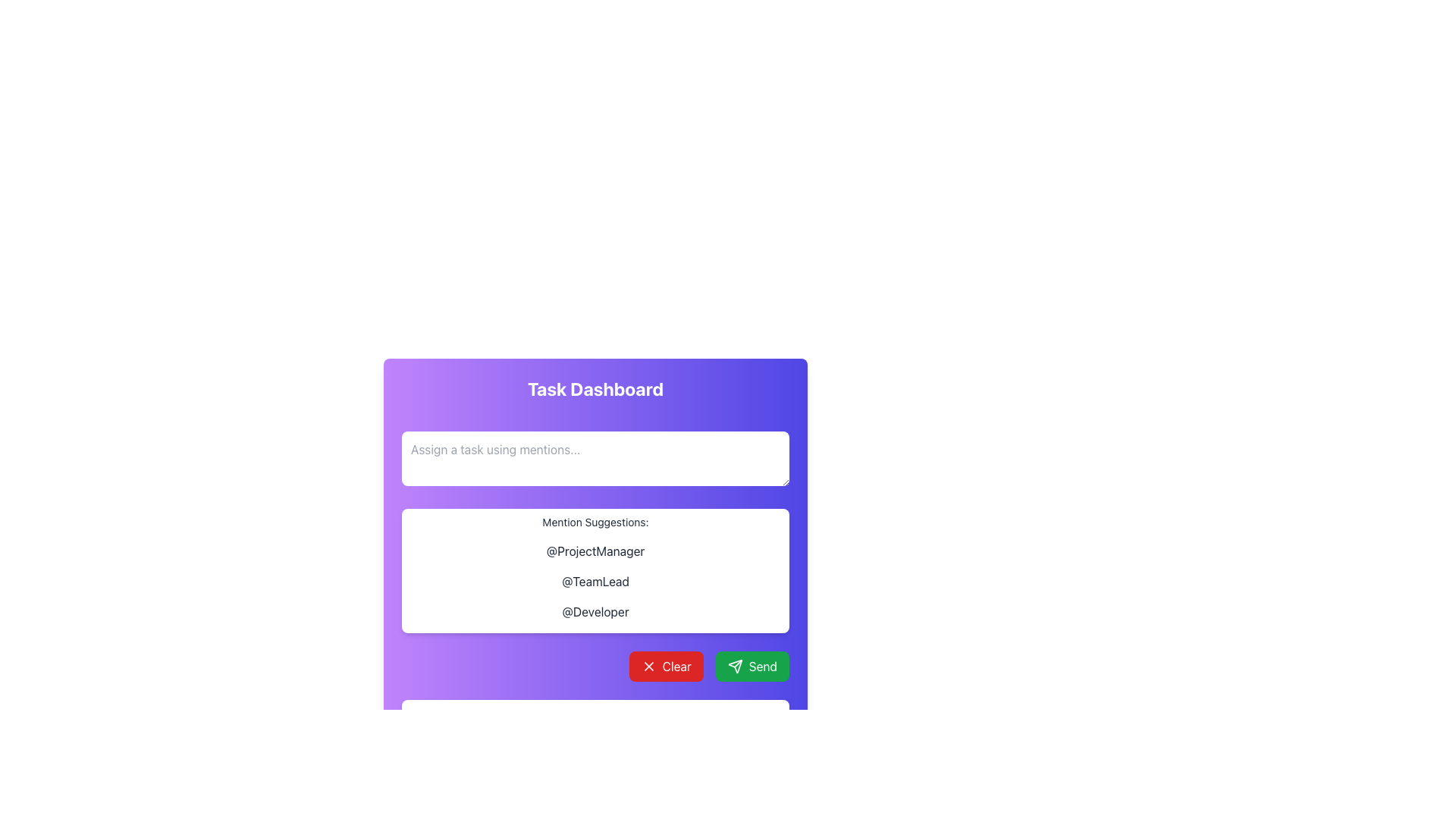  Describe the element at coordinates (648, 666) in the screenshot. I see `the 'Clear' button which contains an 'X' shaped SVG icon` at that location.